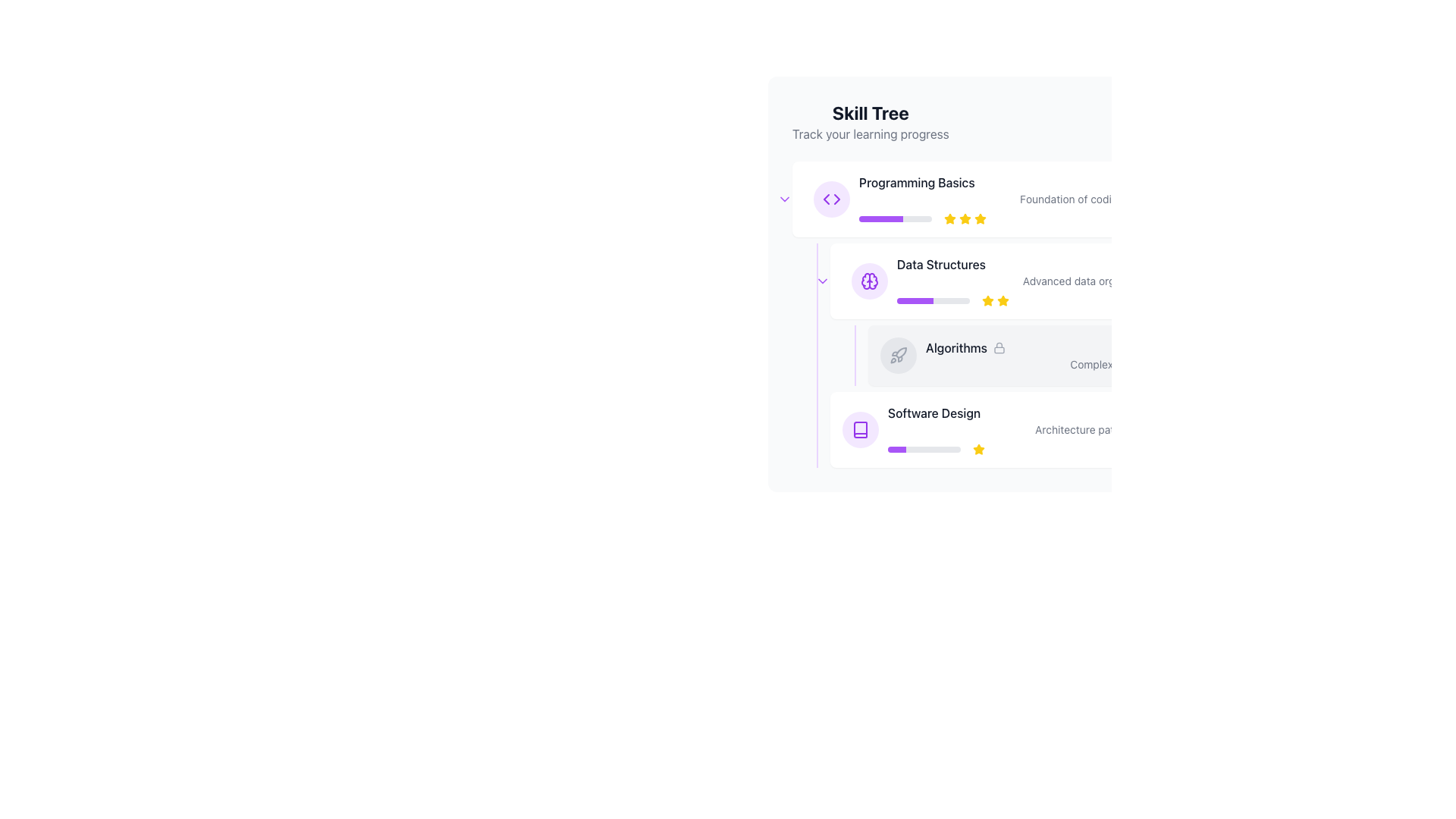 Image resolution: width=1456 pixels, height=819 pixels. What do you see at coordinates (924, 449) in the screenshot?
I see `the horizontal progress bar indicating progress in the 'Software Design' section of the 'Skill Tree'` at bounding box center [924, 449].